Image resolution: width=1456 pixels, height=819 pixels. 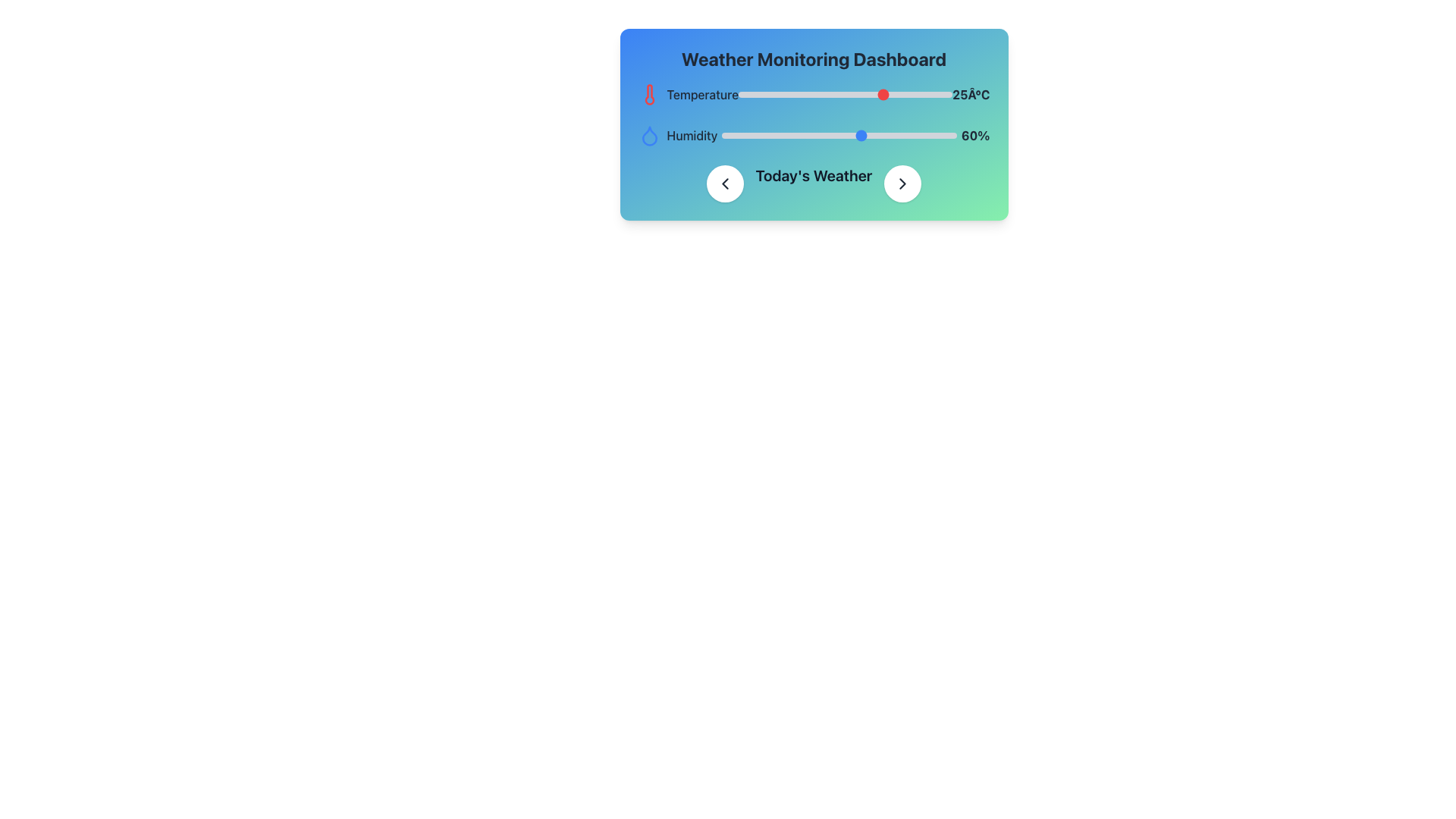 What do you see at coordinates (724, 183) in the screenshot?
I see `the circular button with a white background and a chevron left icon` at bounding box center [724, 183].